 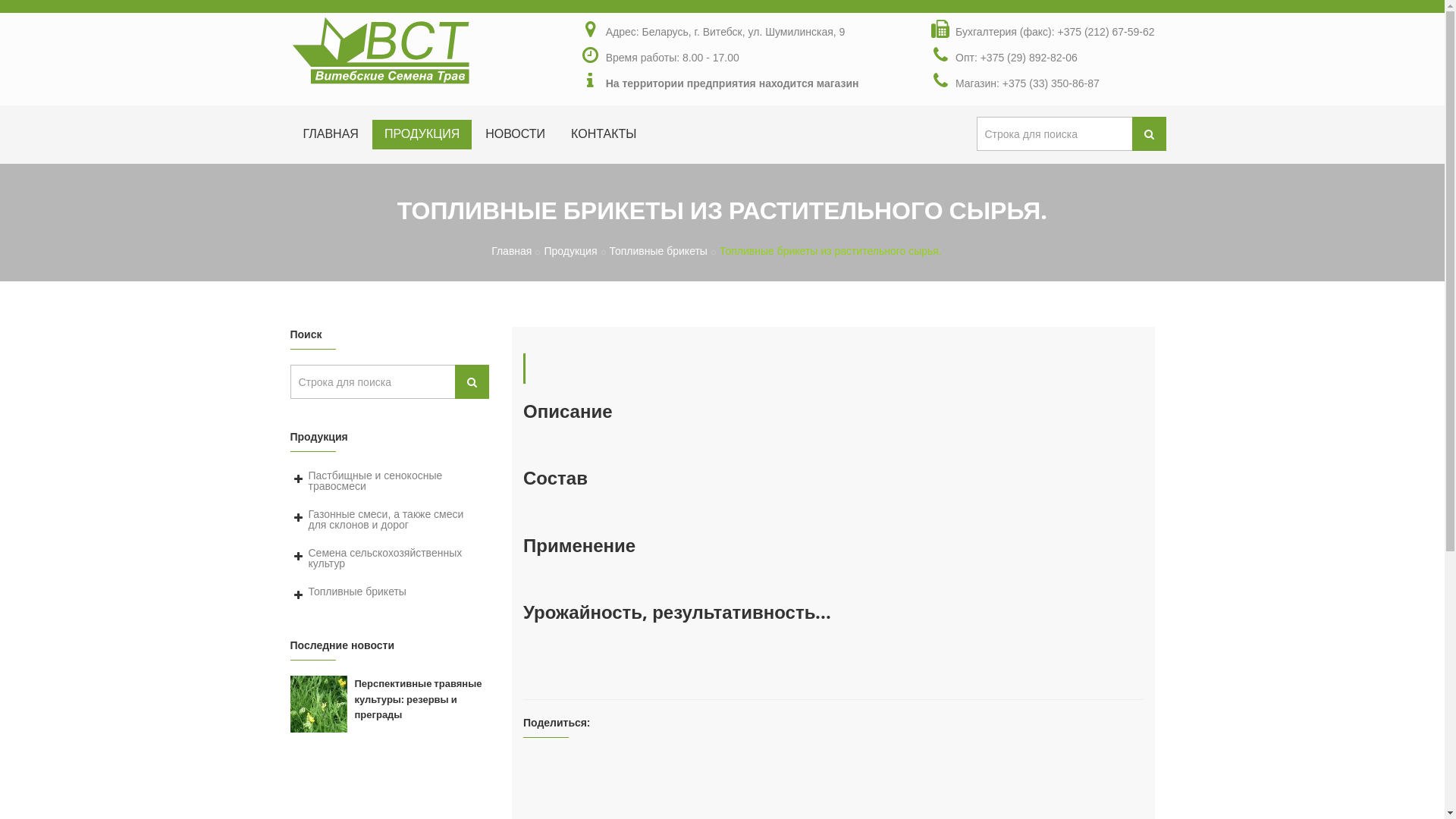 What do you see at coordinates (1050, 83) in the screenshot?
I see `'+375 (33) 350-86-87'` at bounding box center [1050, 83].